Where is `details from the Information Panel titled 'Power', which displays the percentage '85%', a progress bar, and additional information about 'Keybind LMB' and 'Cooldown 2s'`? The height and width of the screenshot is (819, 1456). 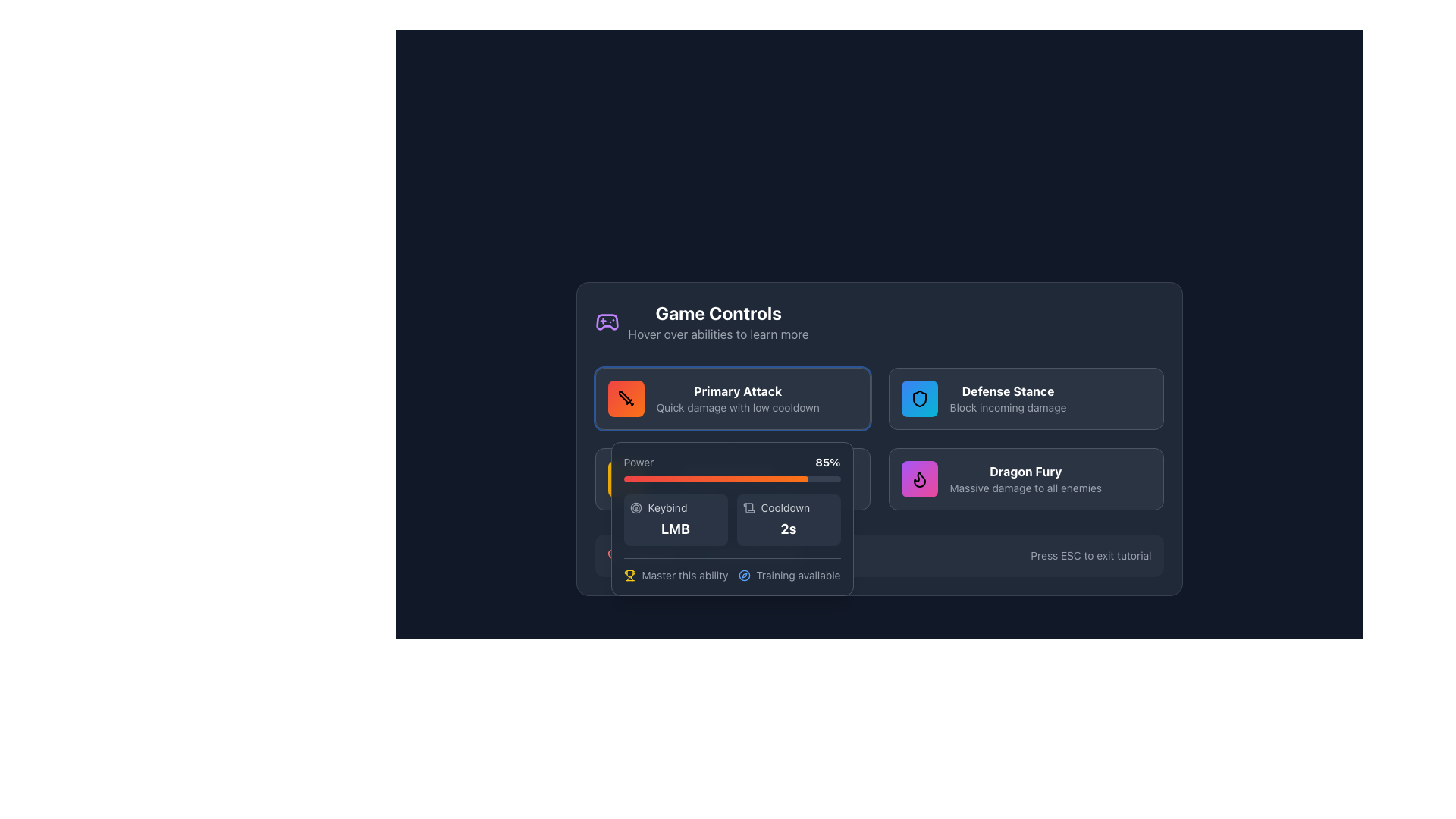
details from the Information Panel titled 'Power', which displays the percentage '85%', a progress bar, and additional information about 'Keybind LMB' and 'Cooldown 2s' is located at coordinates (732, 517).